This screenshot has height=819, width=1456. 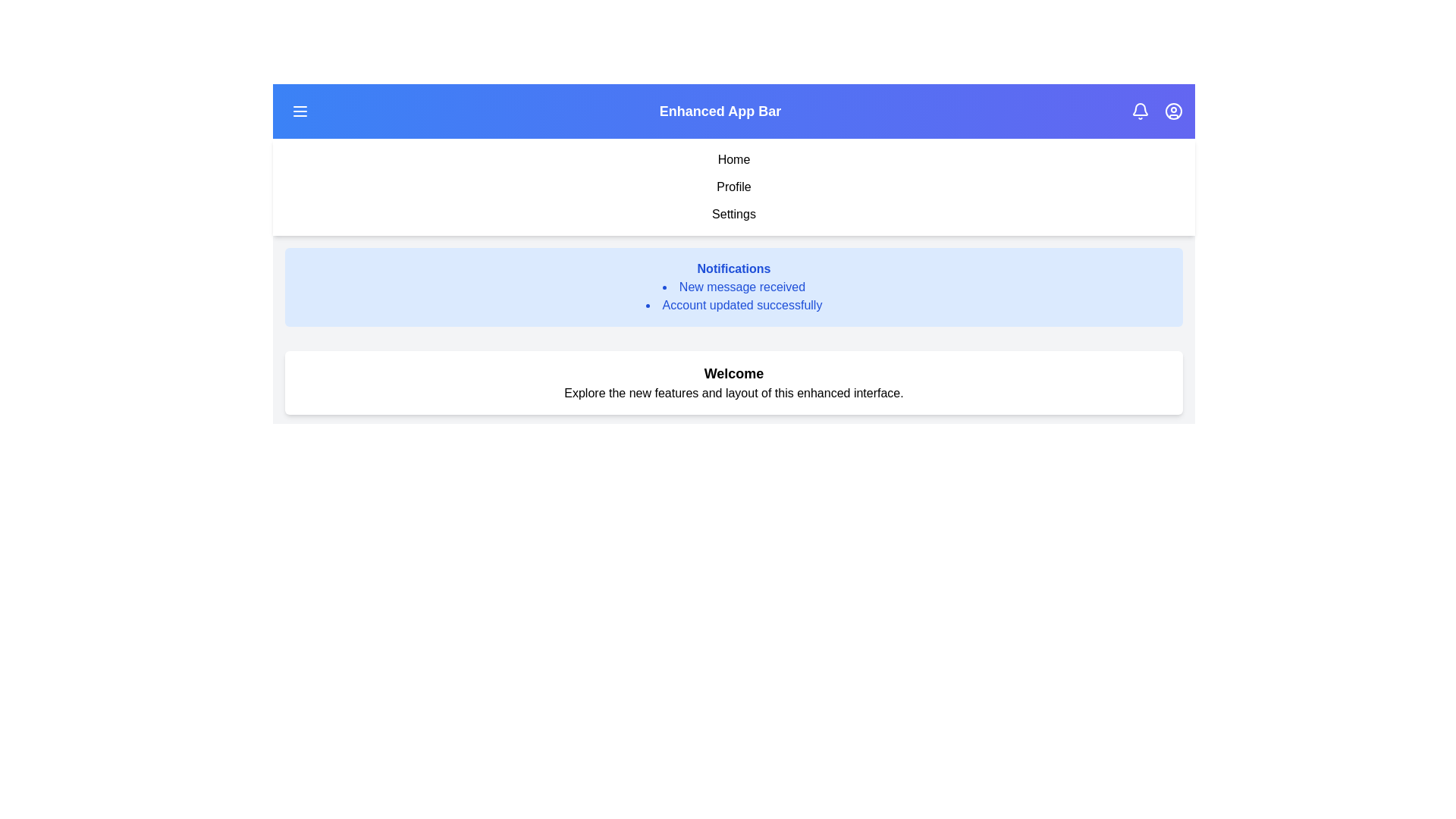 I want to click on the menu item labeled Profile to navigate to the corresponding section, so click(x=734, y=186).